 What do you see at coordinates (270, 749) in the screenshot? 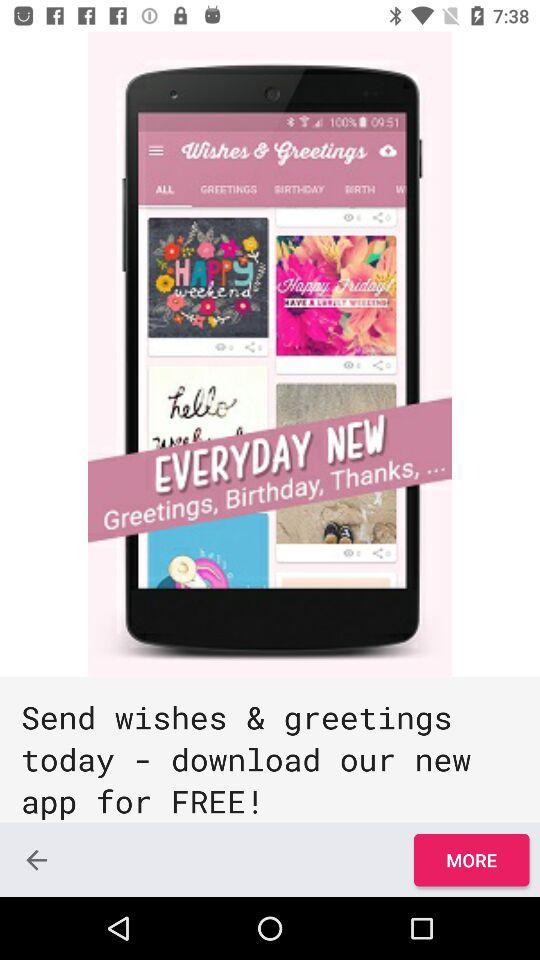
I see `send wishes greetings item` at bounding box center [270, 749].